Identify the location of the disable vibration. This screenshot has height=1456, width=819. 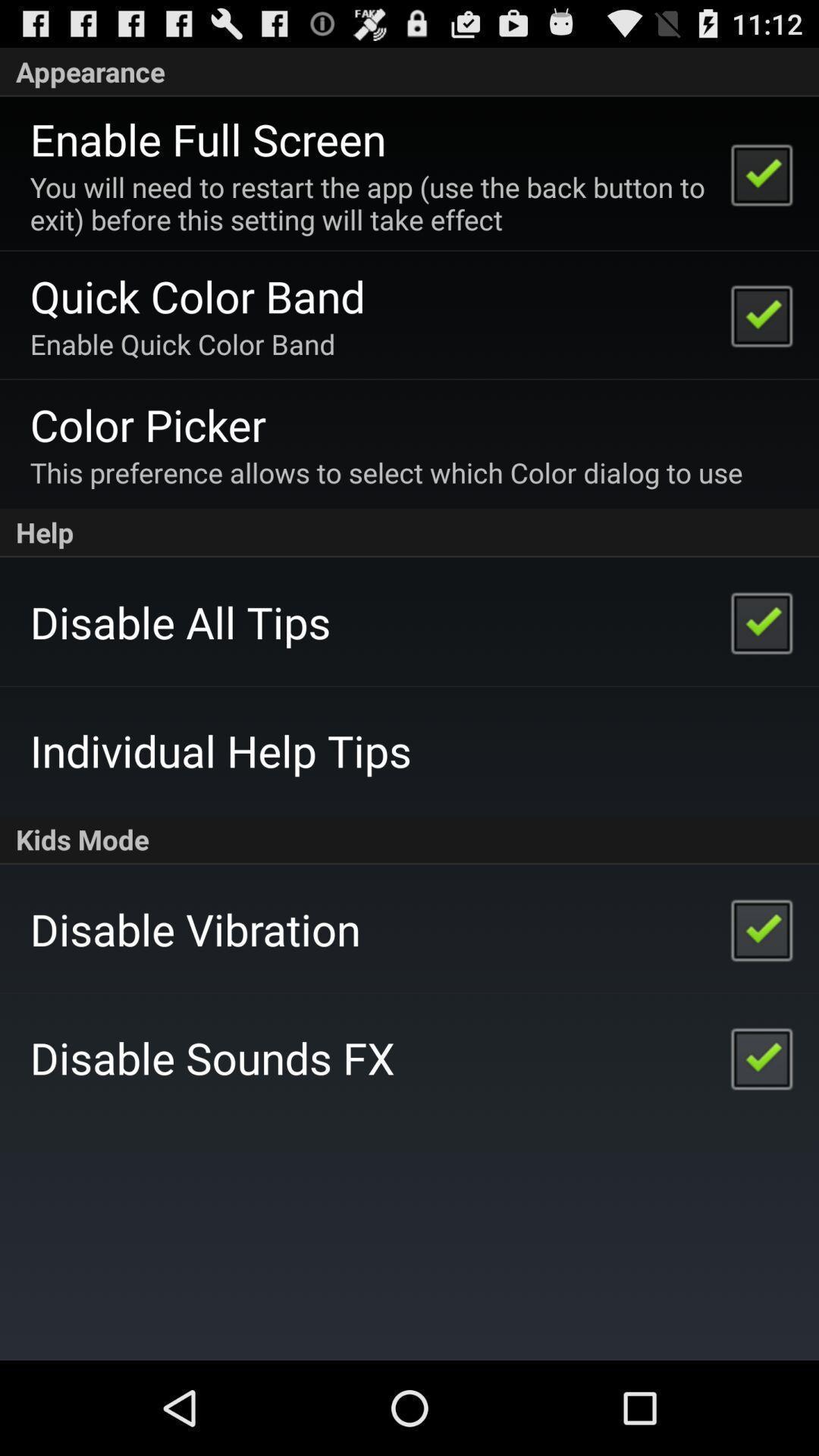
(194, 928).